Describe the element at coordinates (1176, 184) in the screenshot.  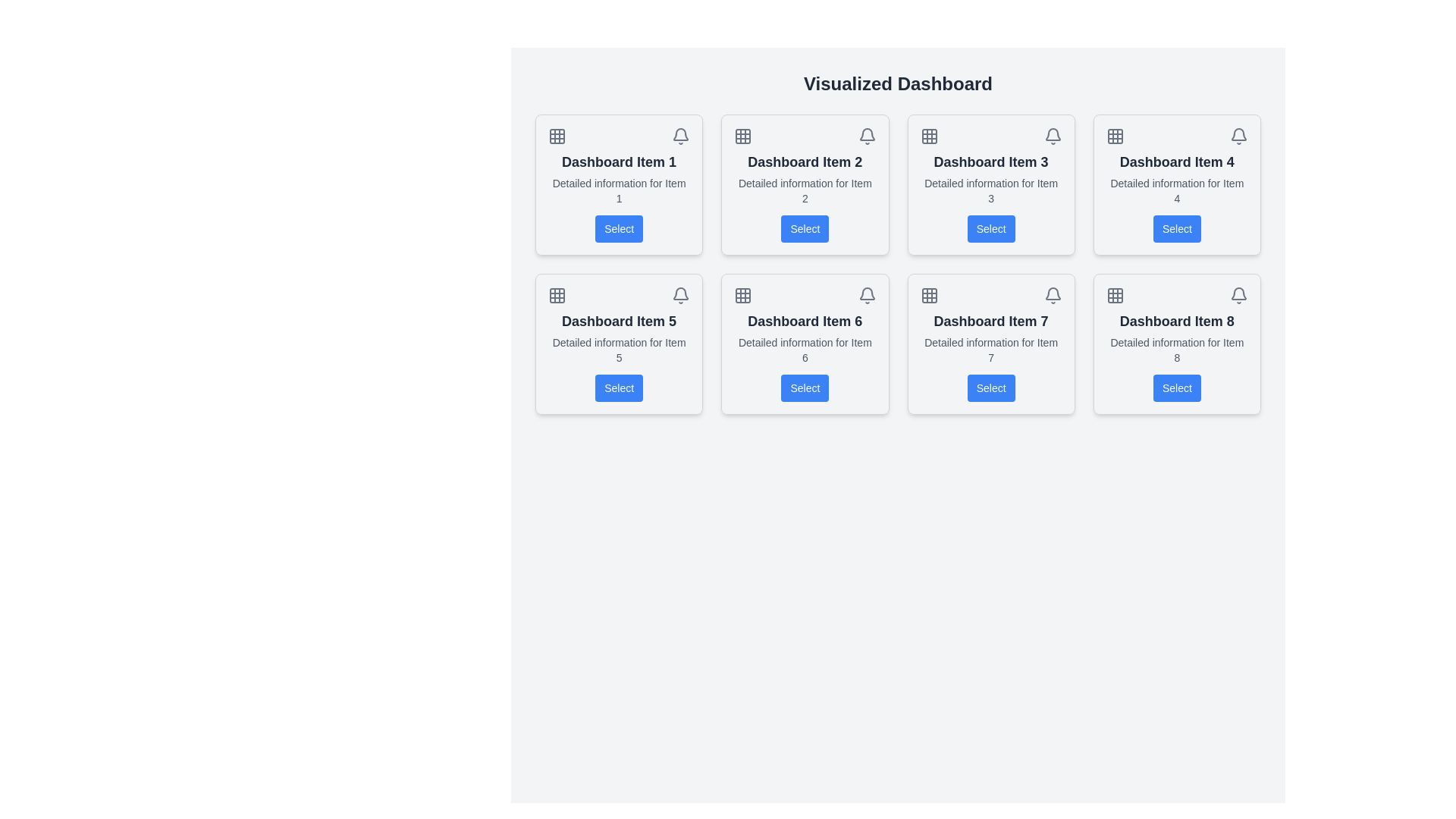
I see `the Dashboard Card representing 'Item 4' located in the top row, fourth column of the 'Visualized Dashboard'` at that location.